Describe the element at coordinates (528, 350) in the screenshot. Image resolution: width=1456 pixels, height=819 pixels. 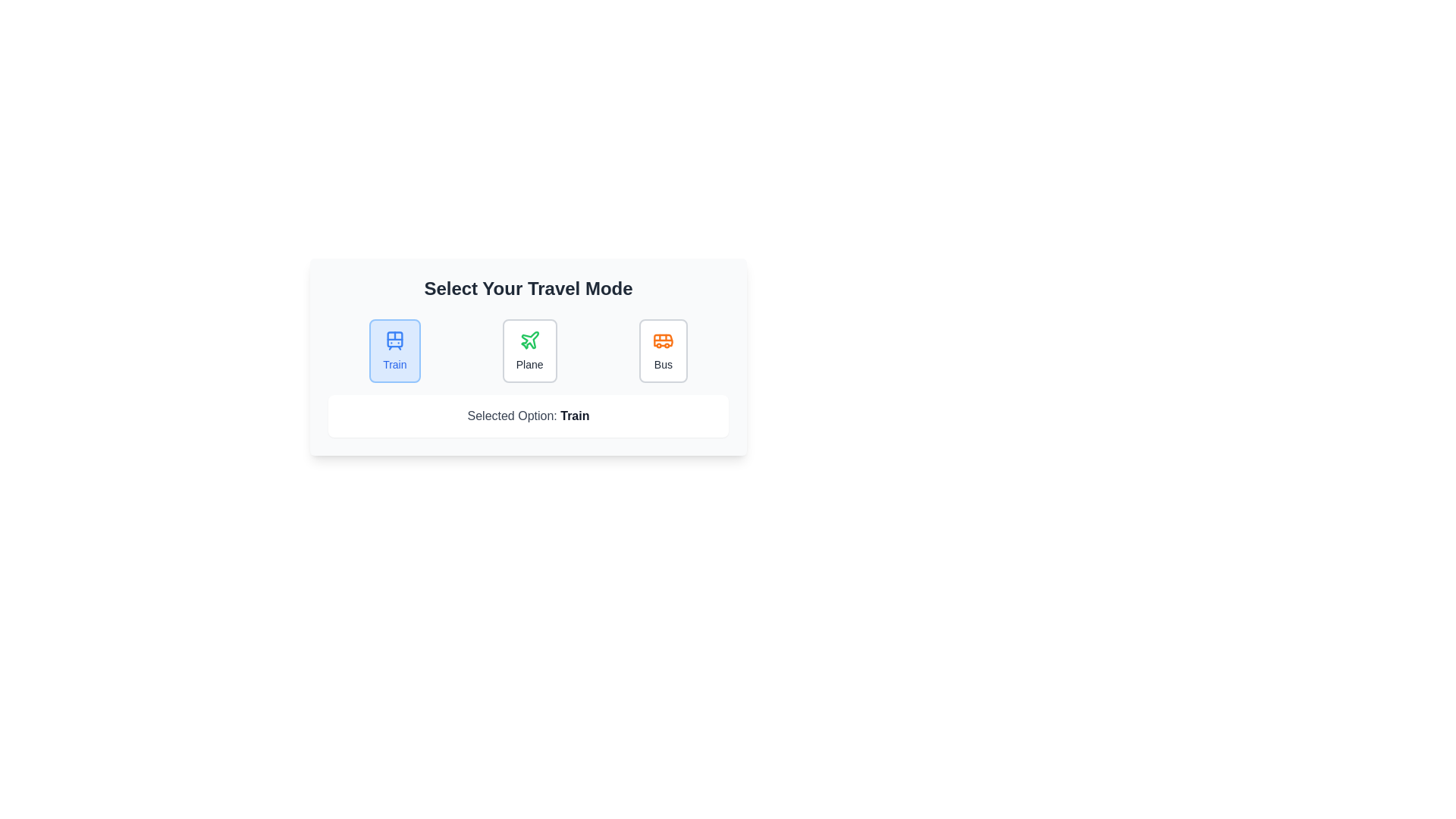
I see `the group of buttons labeled 'Train', 'Plane', and 'Bus' located below the heading 'Select Your Travel Mode'` at that location.